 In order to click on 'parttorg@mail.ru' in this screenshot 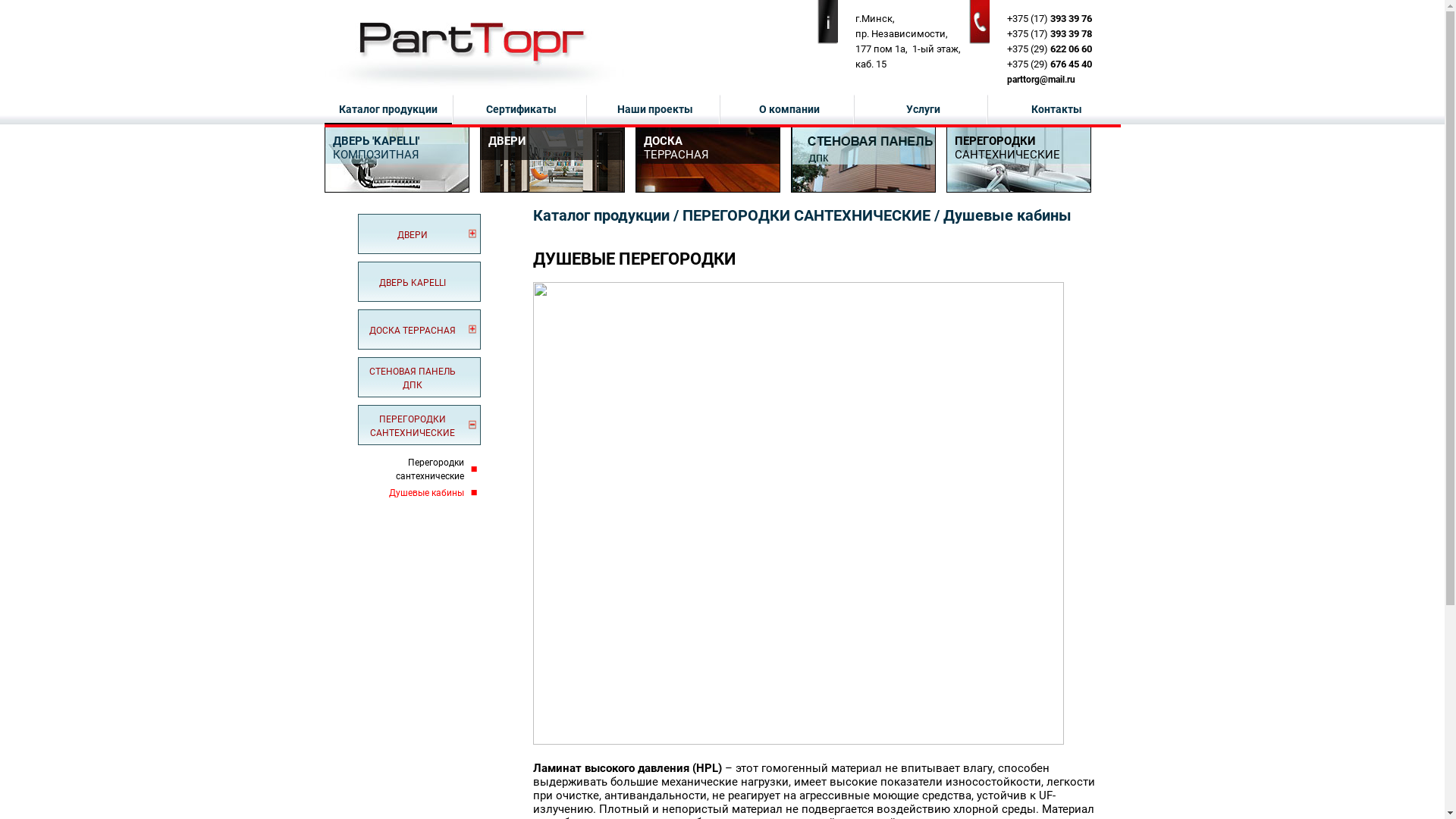, I will do `click(1040, 79)`.